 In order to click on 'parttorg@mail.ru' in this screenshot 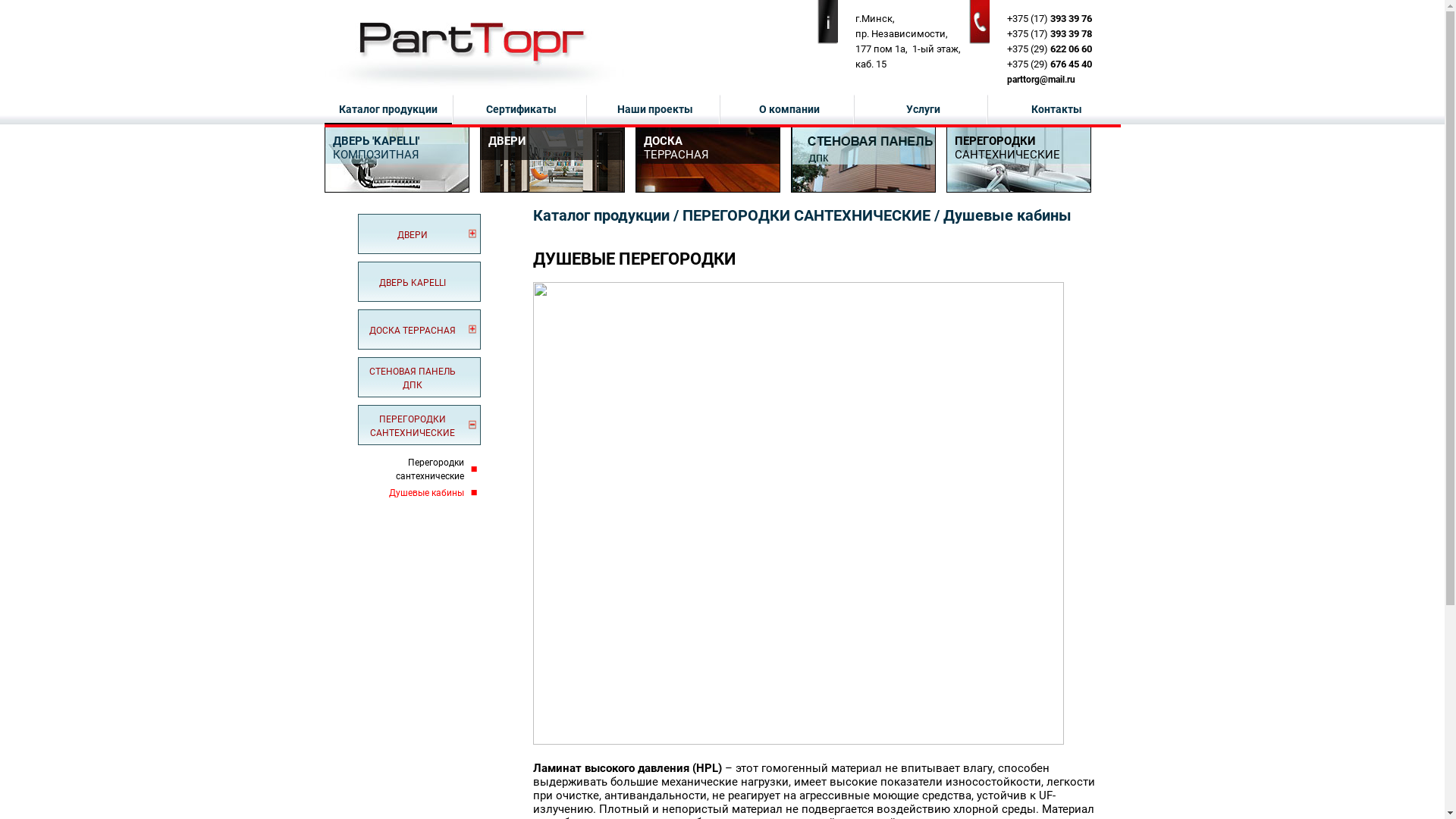, I will do `click(1040, 79)`.